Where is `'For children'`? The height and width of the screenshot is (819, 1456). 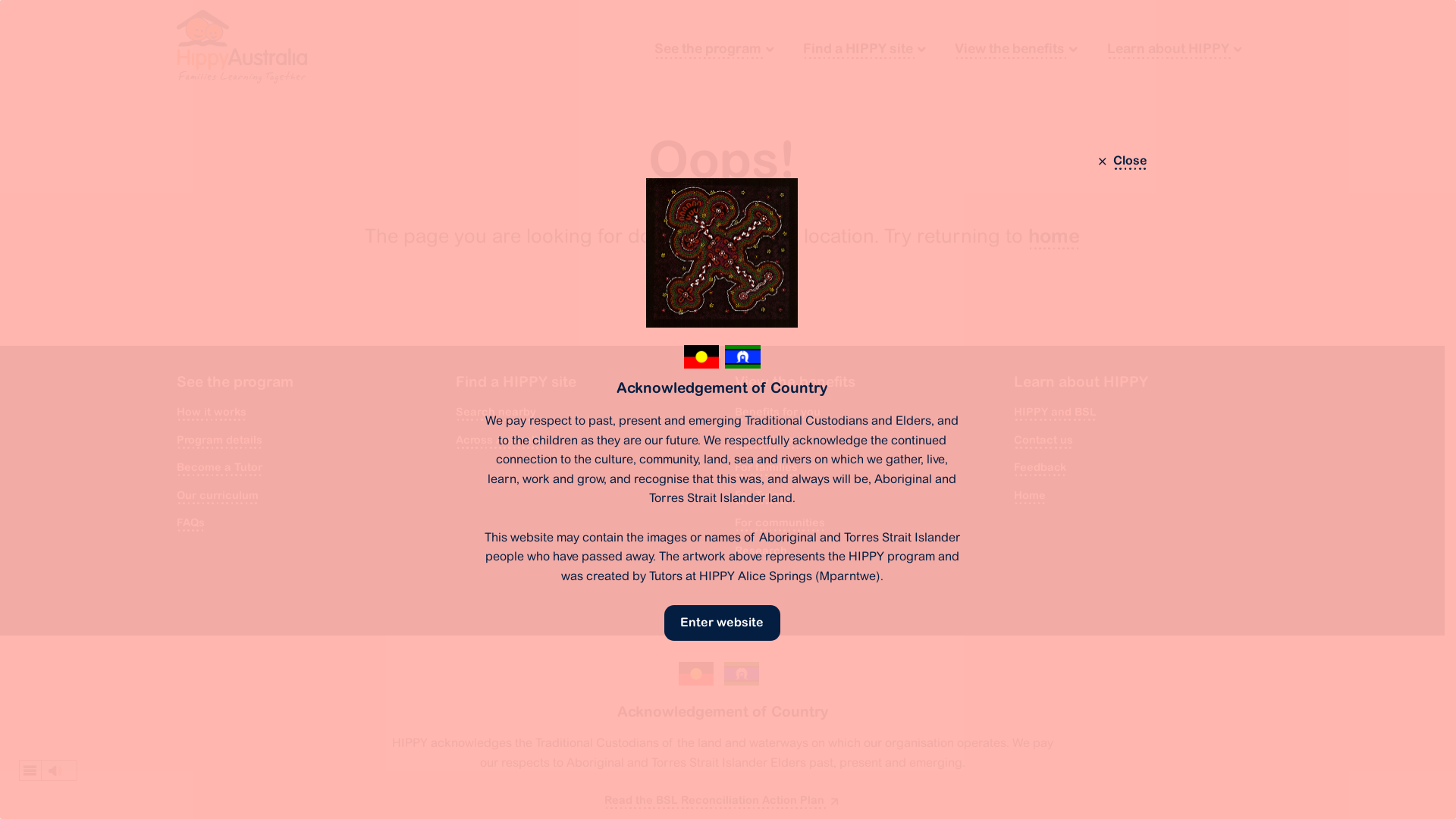 'For children' is located at coordinates (734, 439).